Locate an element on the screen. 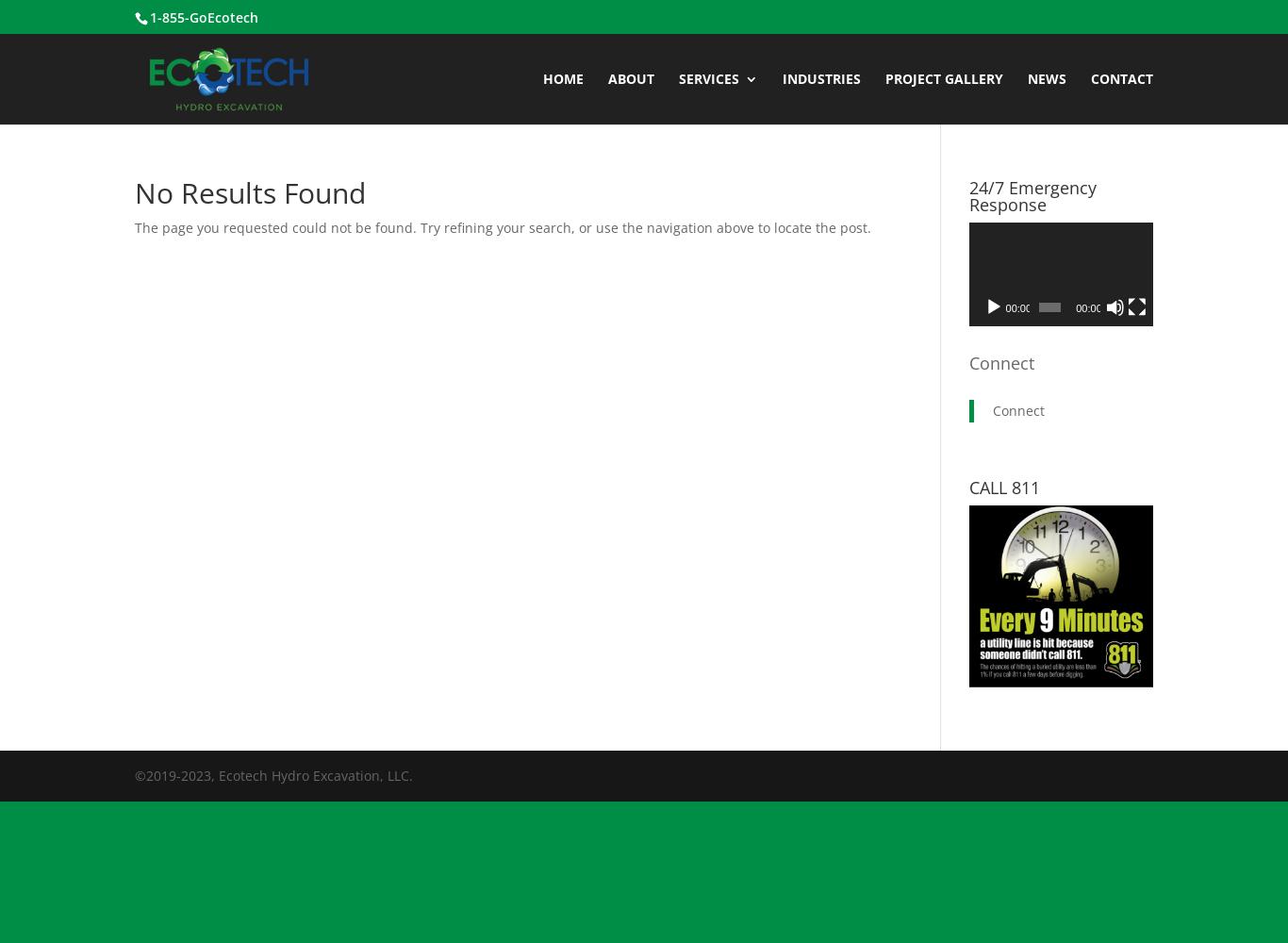 The width and height of the screenshot is (1288, 943). 'Air Excavation' is located at coordinates (998, 201).